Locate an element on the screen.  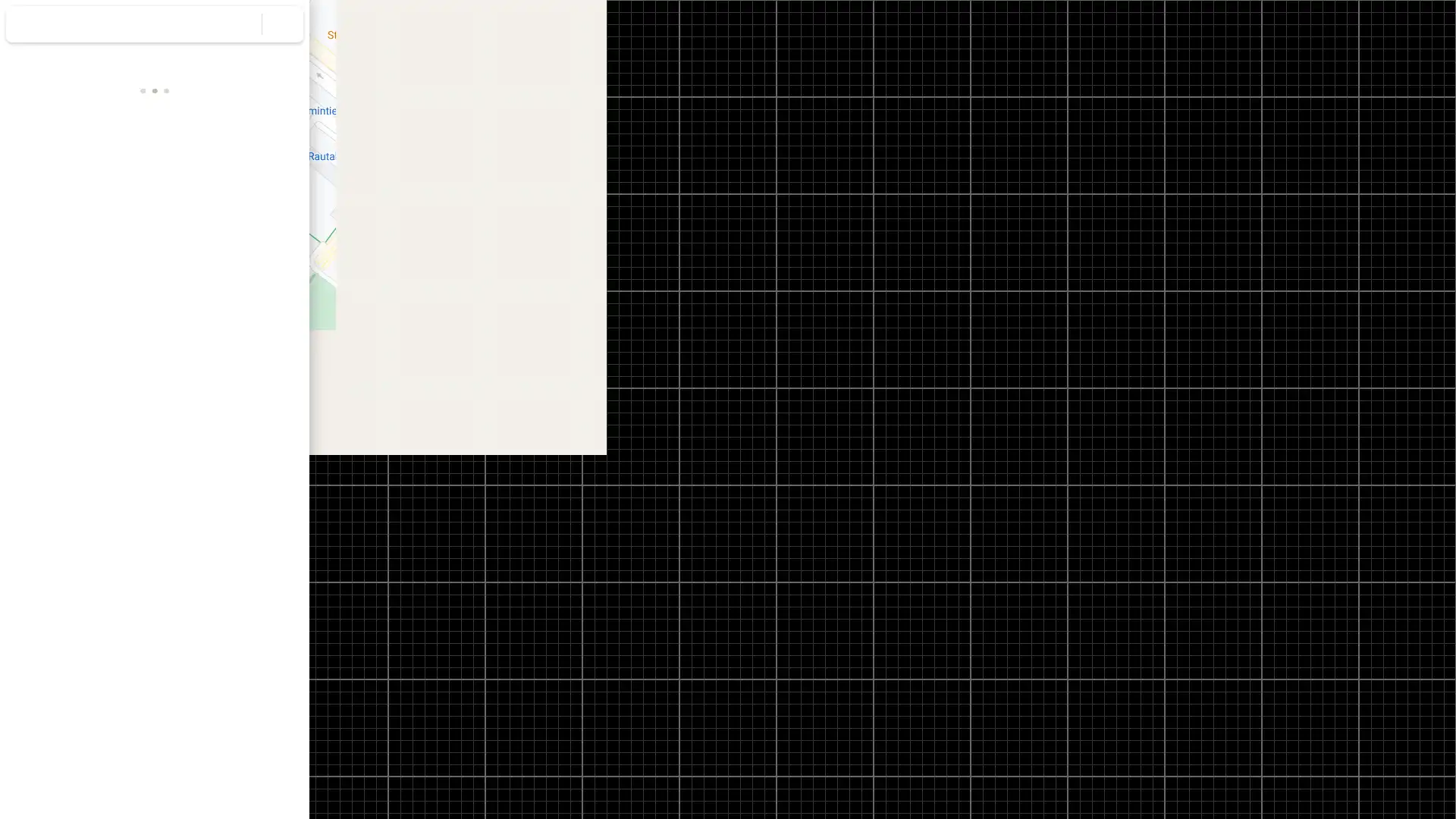
Send Elimaenkatu 27 to your phone is located at coordinates (209, 265).